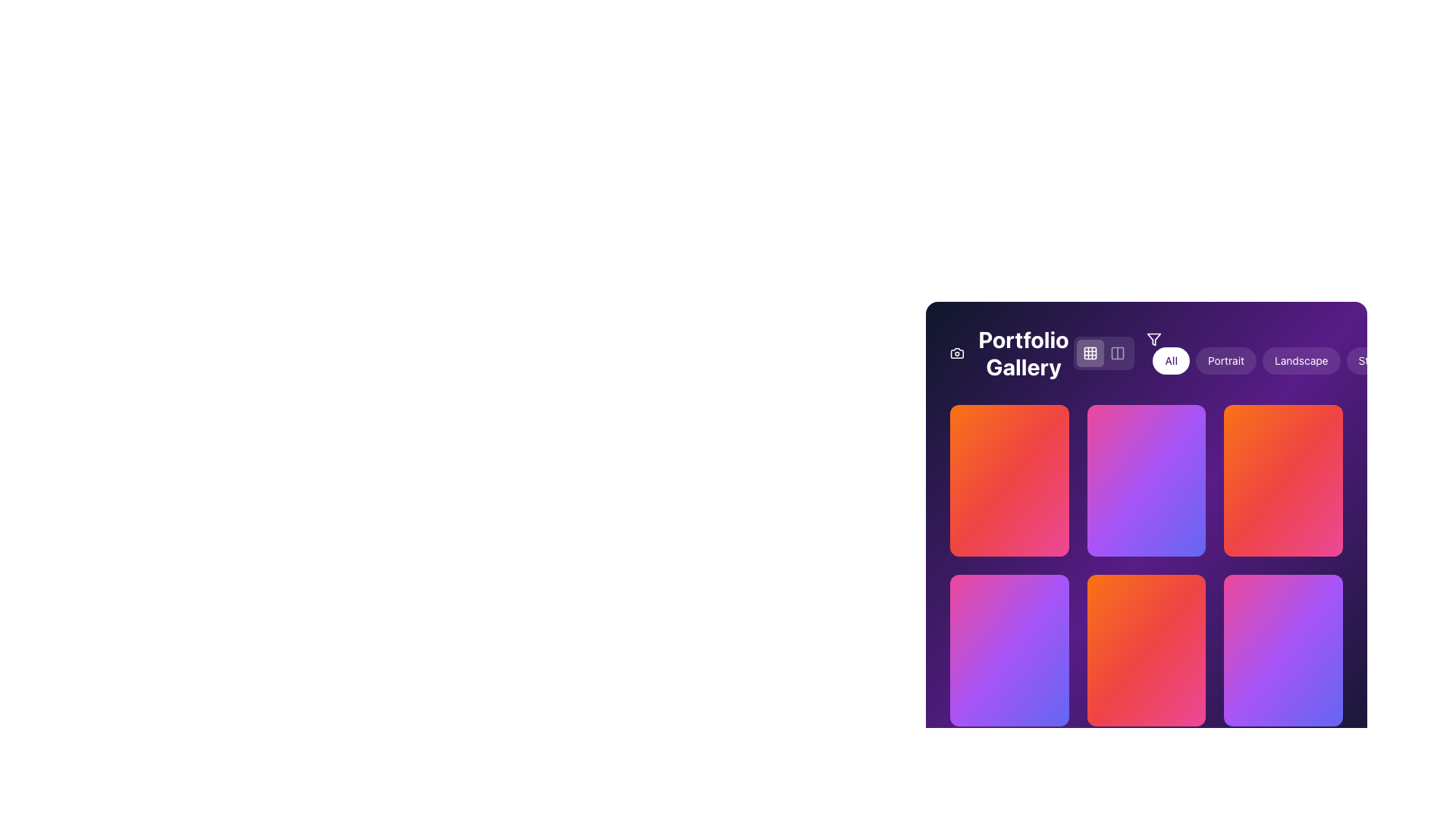 Image resolution: width=1456 pixels, height=819 pixels. I want to click on the filter button that toggles or applies the 'Portrait' view in the gallery, located between the 'All' and 'Landscape' buttons in the horizontal menu, so click(1226, 360).